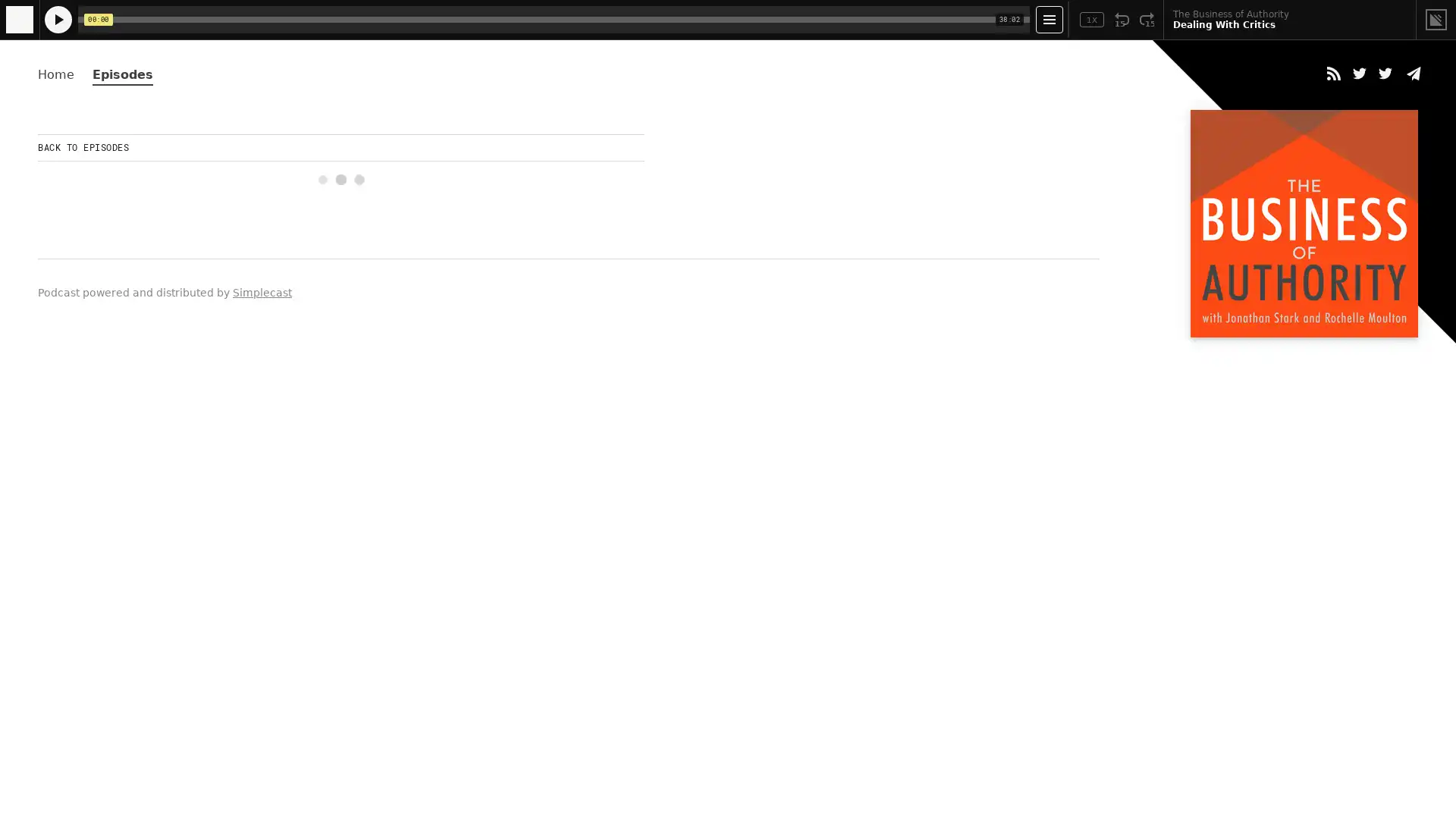  Describe the element at coordinates (1122, 20) in the screenshot. I see `Rewind 15 Seconds` at that location.